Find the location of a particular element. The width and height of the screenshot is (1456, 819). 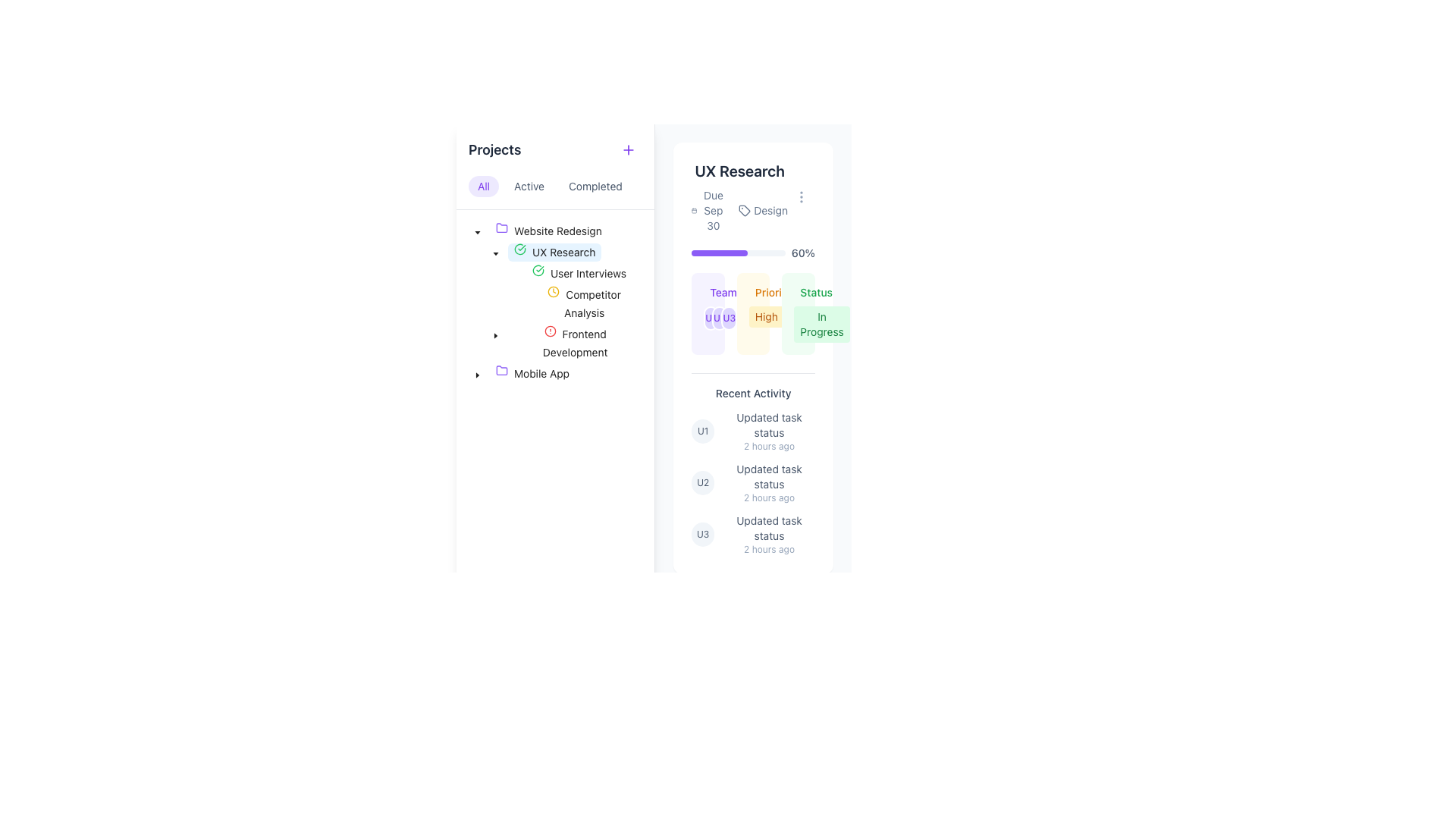

the avatar or text of the activity log entry indicating that user 'U2' updated the task status two hours ago, located in the 'Recent Activity' section as the second entry in the vertical list is located at coordinates (753, 482).